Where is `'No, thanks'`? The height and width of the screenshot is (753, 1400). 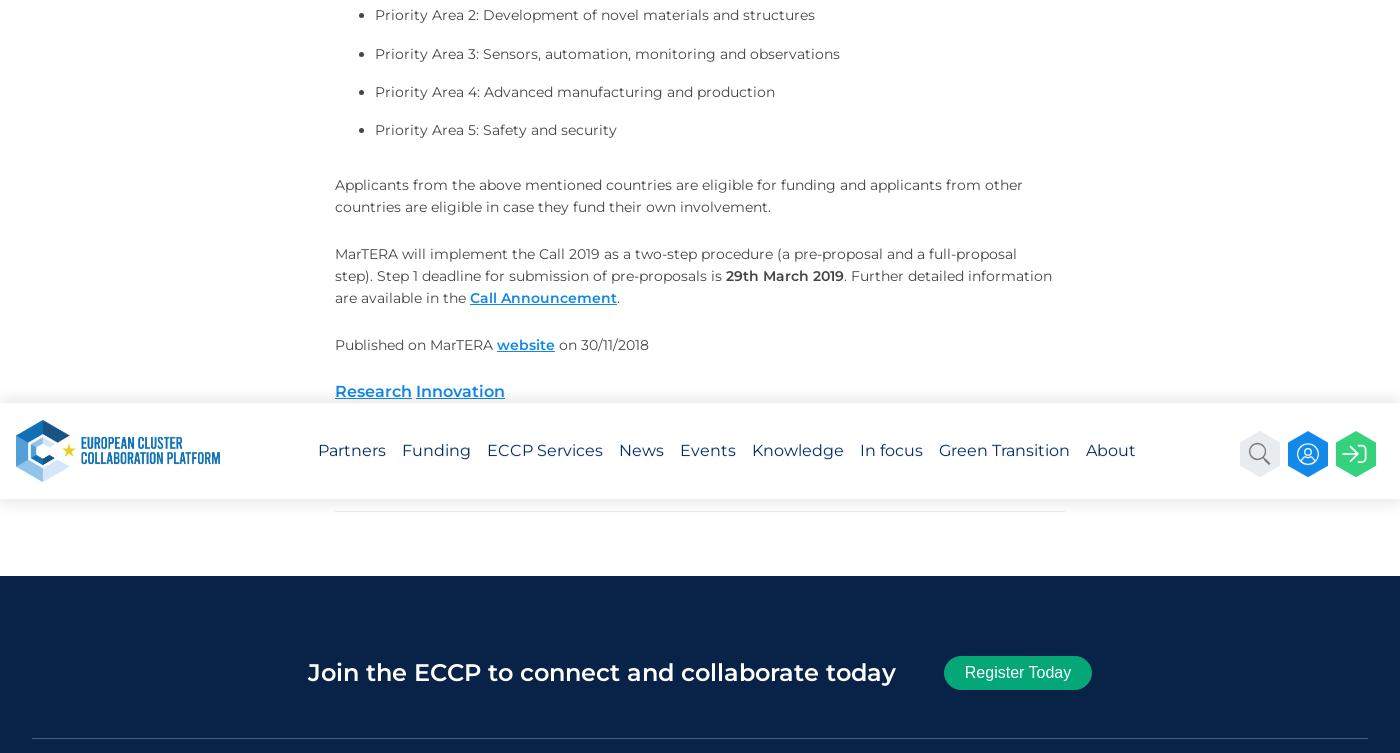
'No, thanks' is located at coordinates (1204, 205).